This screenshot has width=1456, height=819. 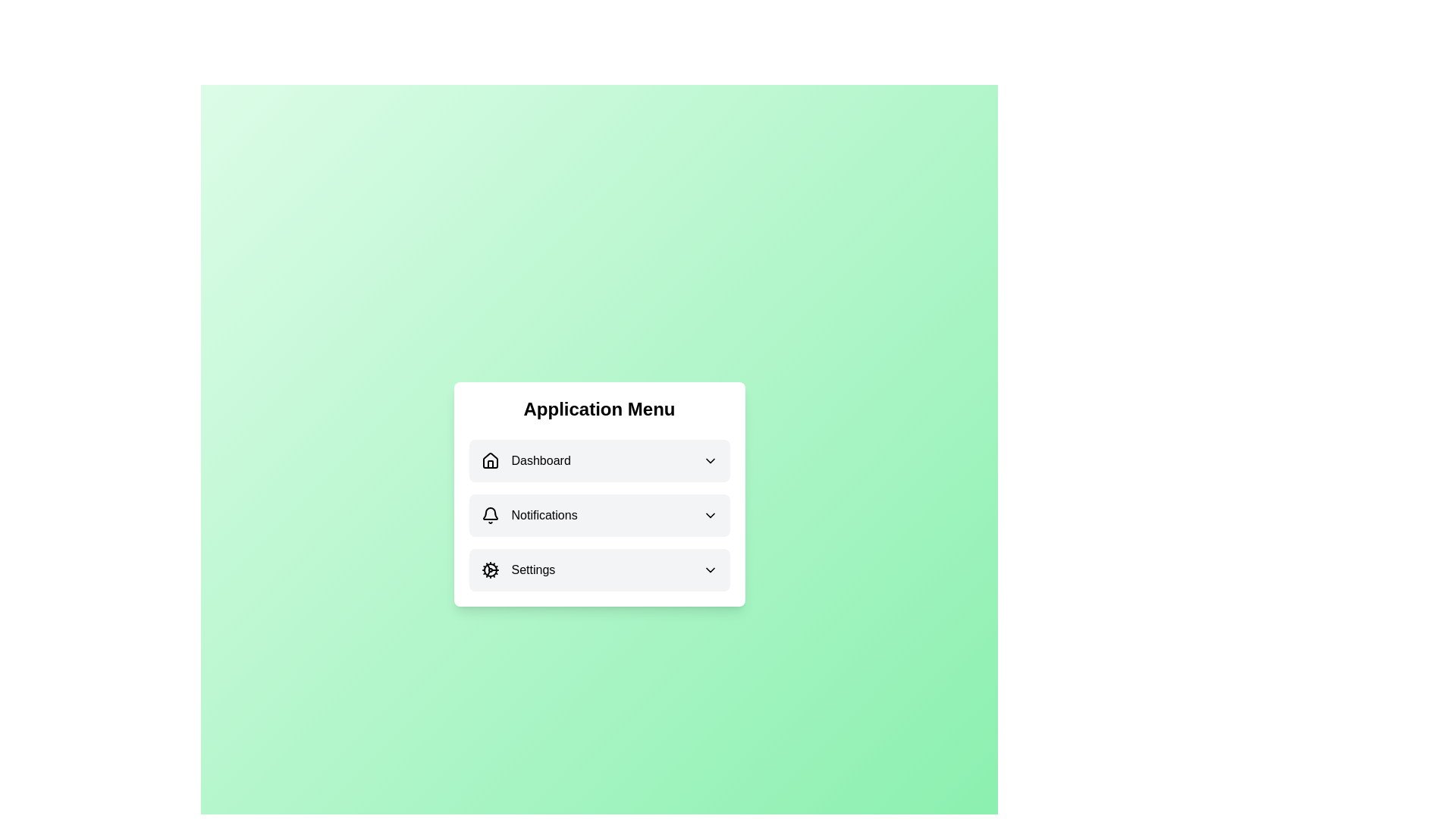 I want to click on the 'Settings' menu item, which features a gear icon and is the third item in the Application Menu, so click(x=518, y=570).